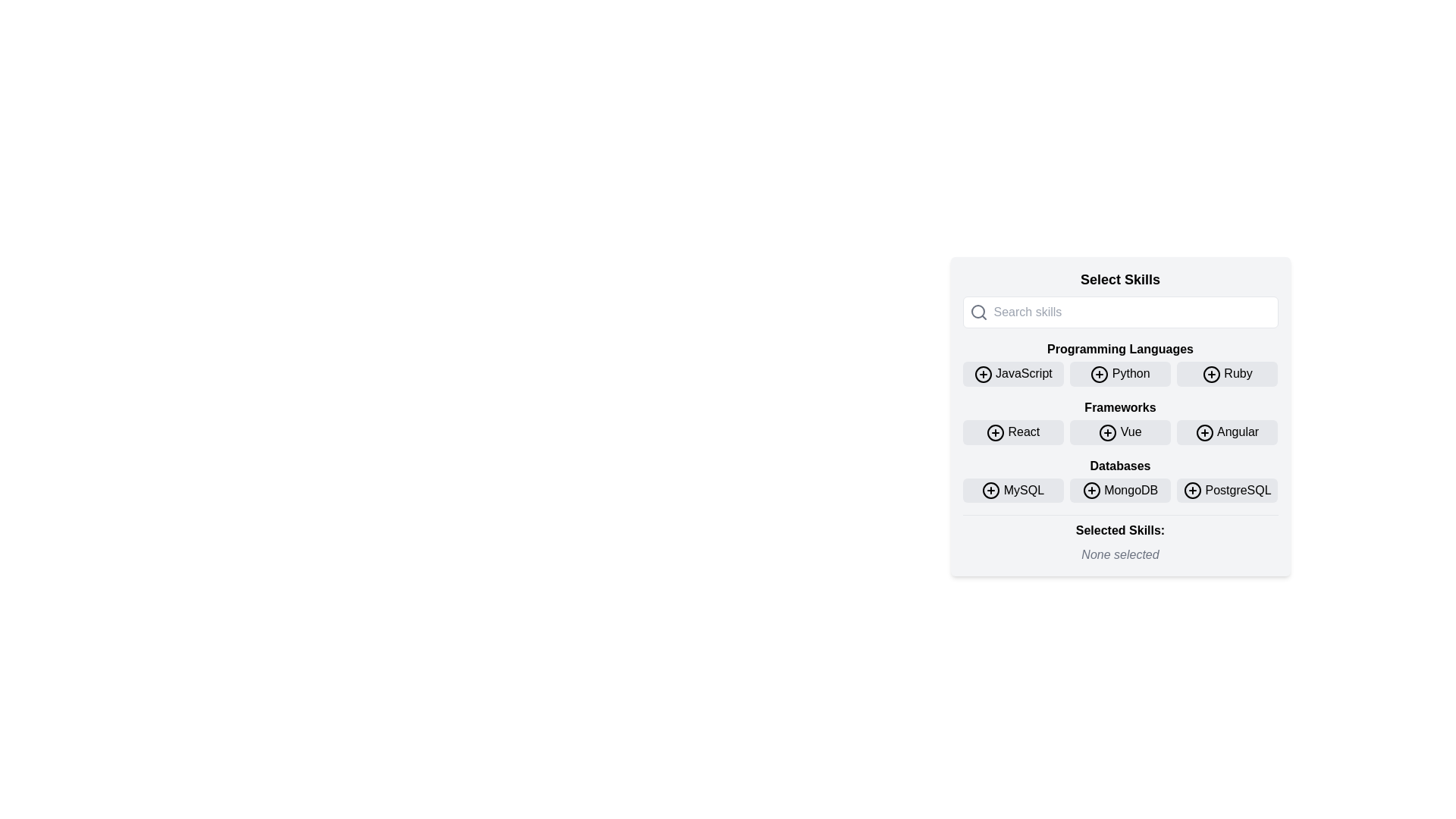  I want to click on the circular UI Icon with a plus sign at its center, which is centrally positioned under the 'React' option in the 'Frameworks' category, so click(996, 432).